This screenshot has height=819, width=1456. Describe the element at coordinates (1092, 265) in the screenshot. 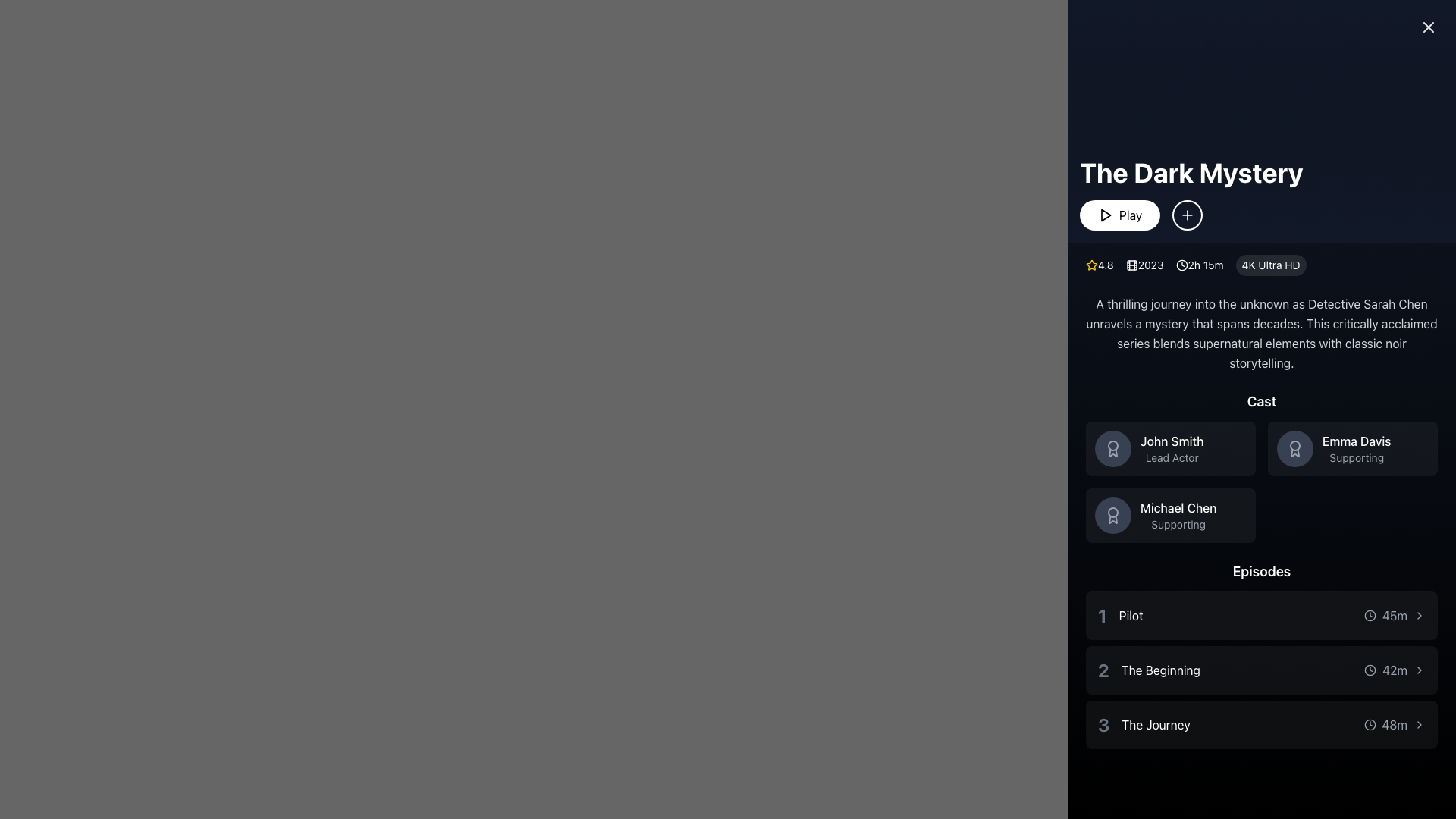

I see `the star-shaped icon with a yellow outline, located to the left of the numeric text '4.8' in the right column of the interface` at that location.